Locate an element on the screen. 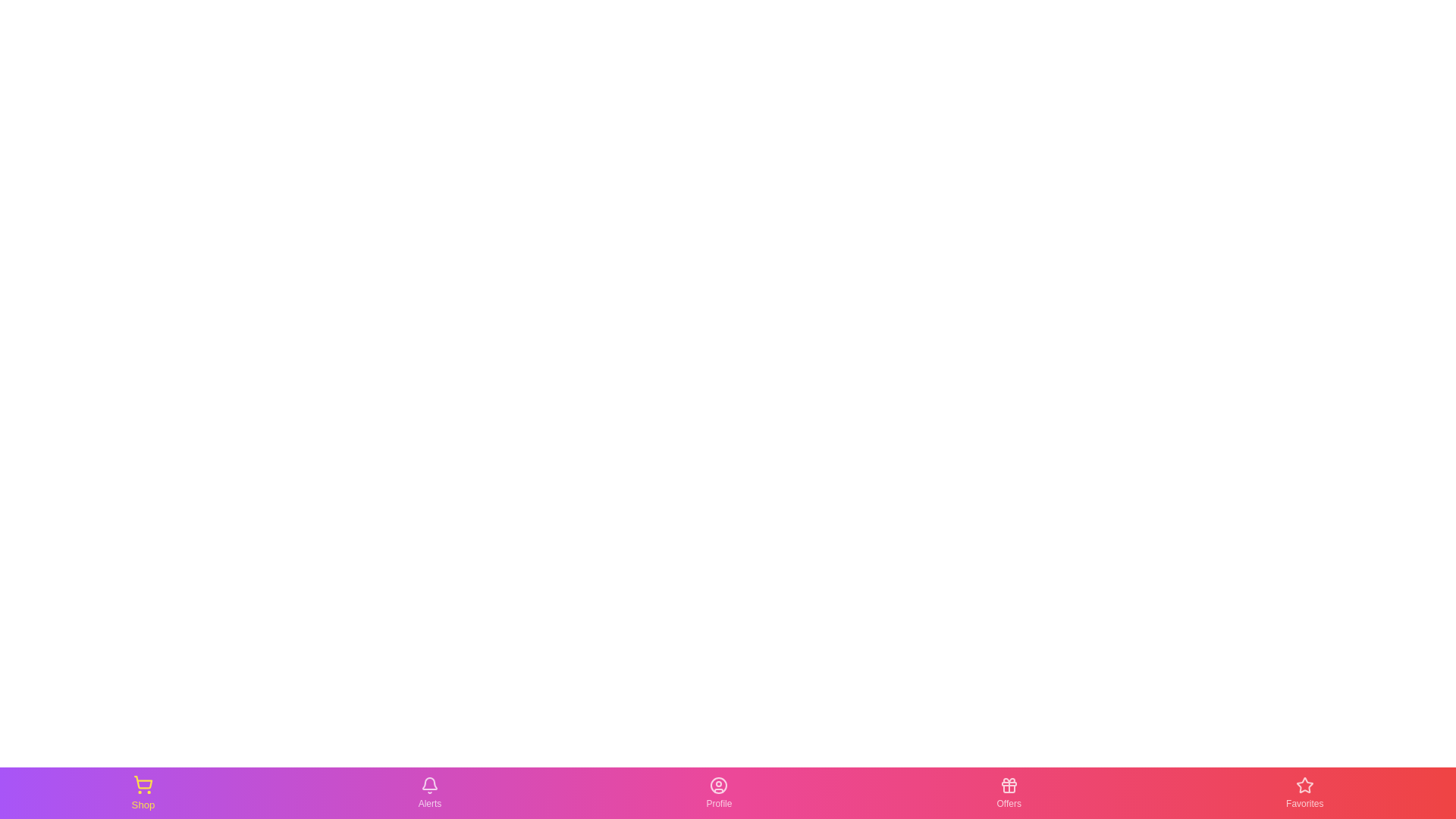 The width and height of the screenshot is (1456, 819). the Alerts tab in the bottom navigation bar is located at coordinates (428, 792).